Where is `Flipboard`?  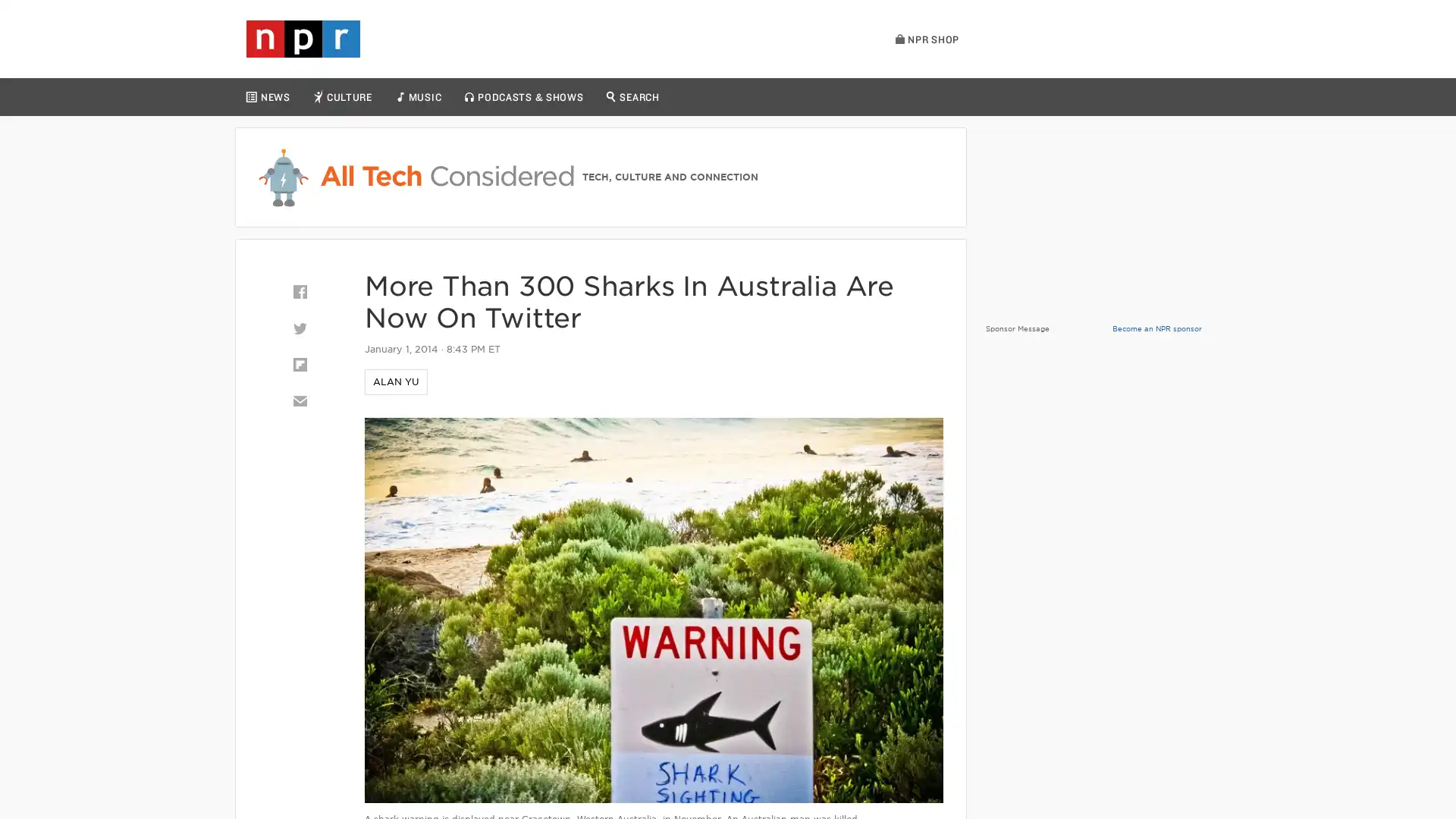 Flipboard is located at coordinates (299, 365).